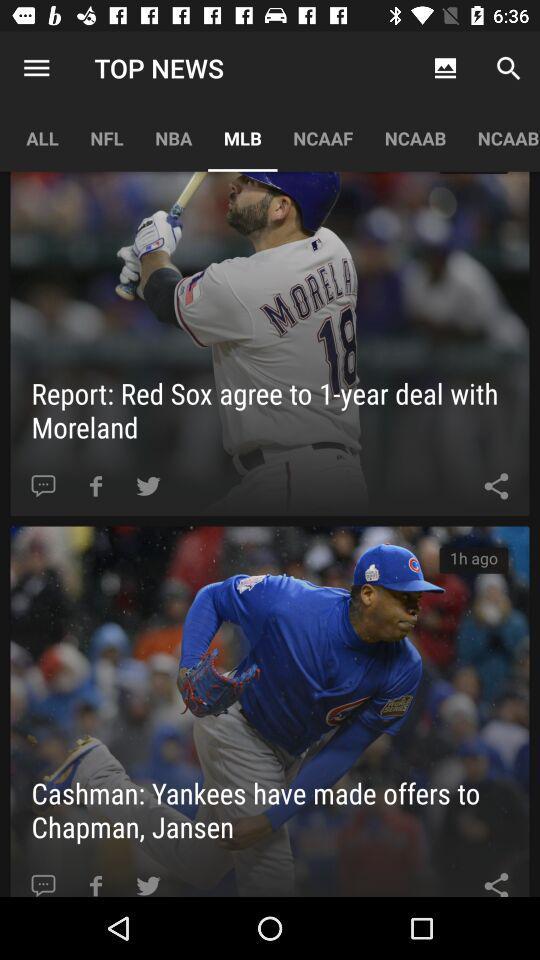 The width and height of the screenshot is (540, 960). What do you see at coordinates (107, 137) in the screenshot?
I see `the item to the right of all app` at bounding box center [107, 137].